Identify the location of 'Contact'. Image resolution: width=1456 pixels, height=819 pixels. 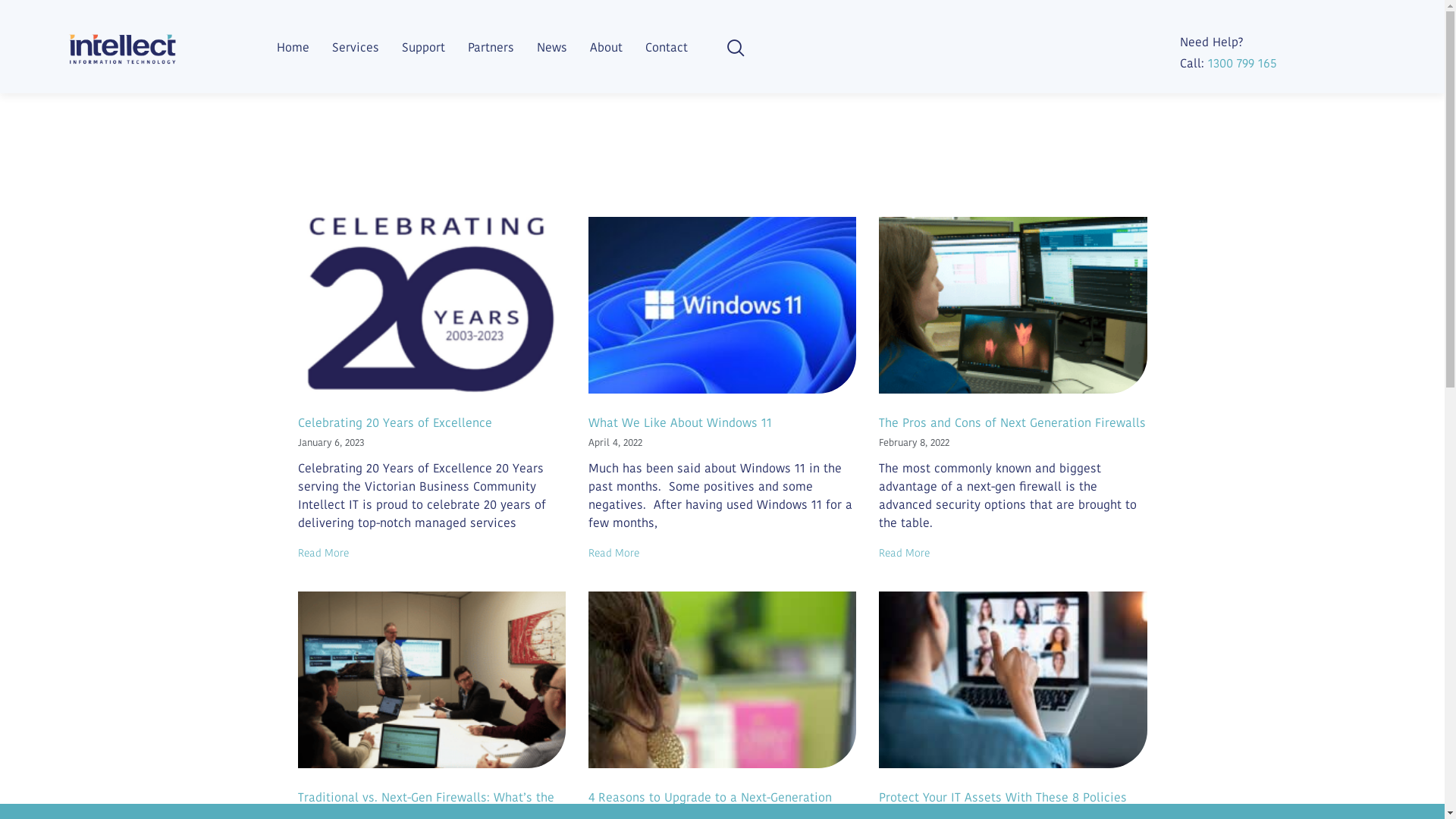
(666, 46).